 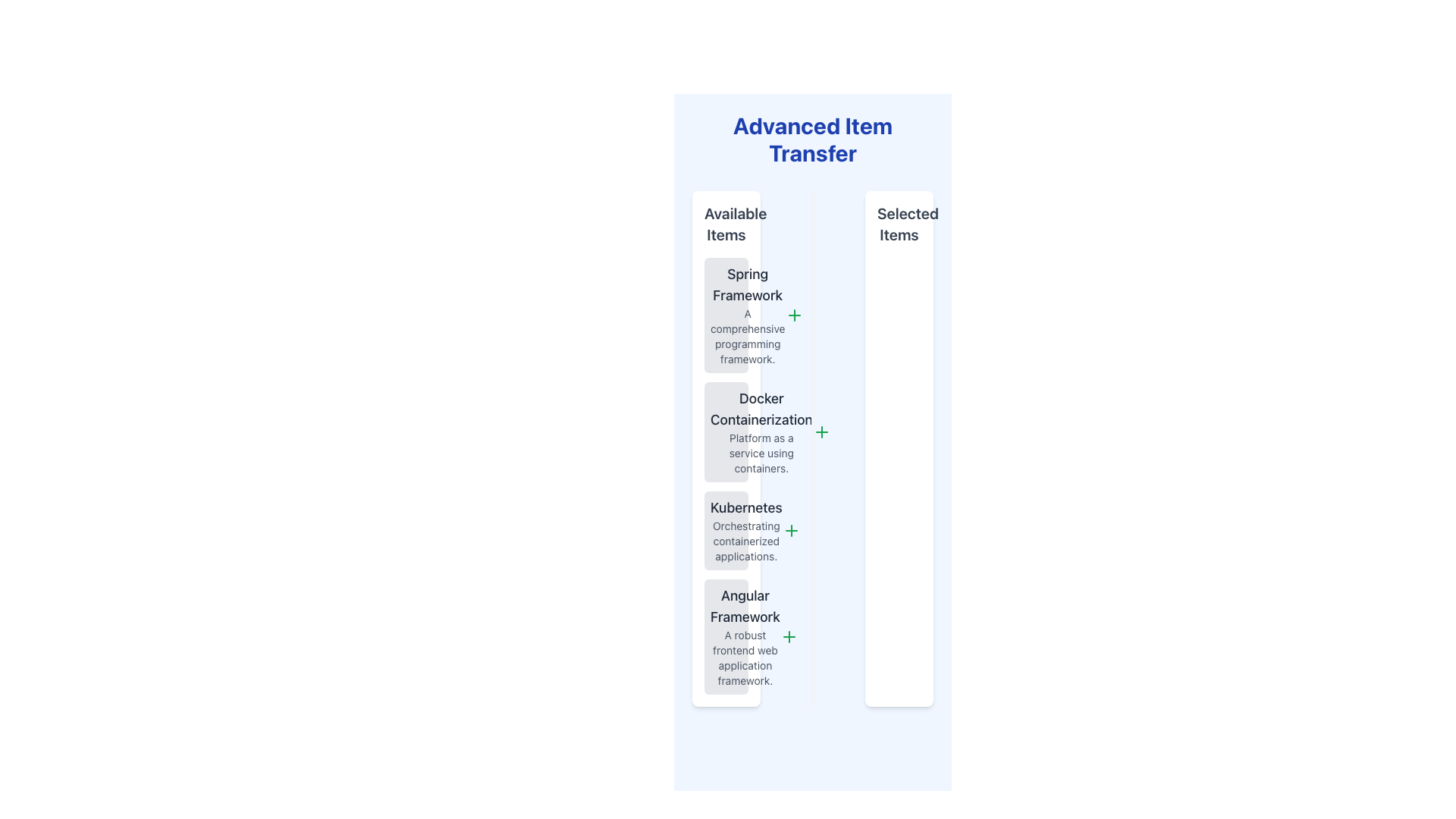 I want to click on to select the second item in the 'Available Items' list, which provides information about 'Docker Containerization', located beneath 'Spring Framework' and above 'Kubernetes', so click(x=726, y=432).